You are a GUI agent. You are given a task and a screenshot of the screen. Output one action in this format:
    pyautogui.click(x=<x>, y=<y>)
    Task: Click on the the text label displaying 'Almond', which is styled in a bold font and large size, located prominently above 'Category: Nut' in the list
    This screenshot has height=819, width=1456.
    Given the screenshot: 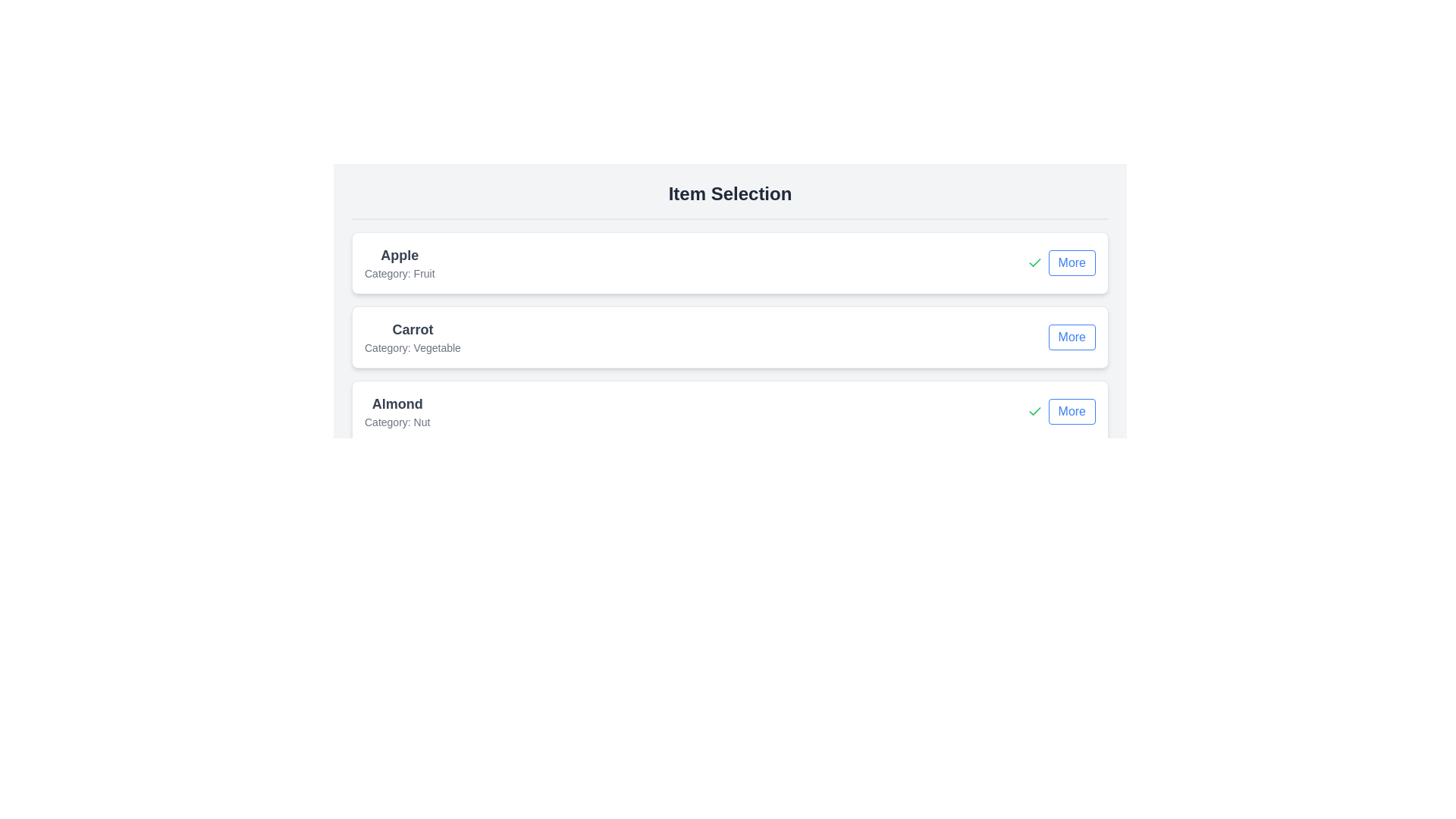 What is the action you would take?
    pyautogui.click(x=397, y=403)
    